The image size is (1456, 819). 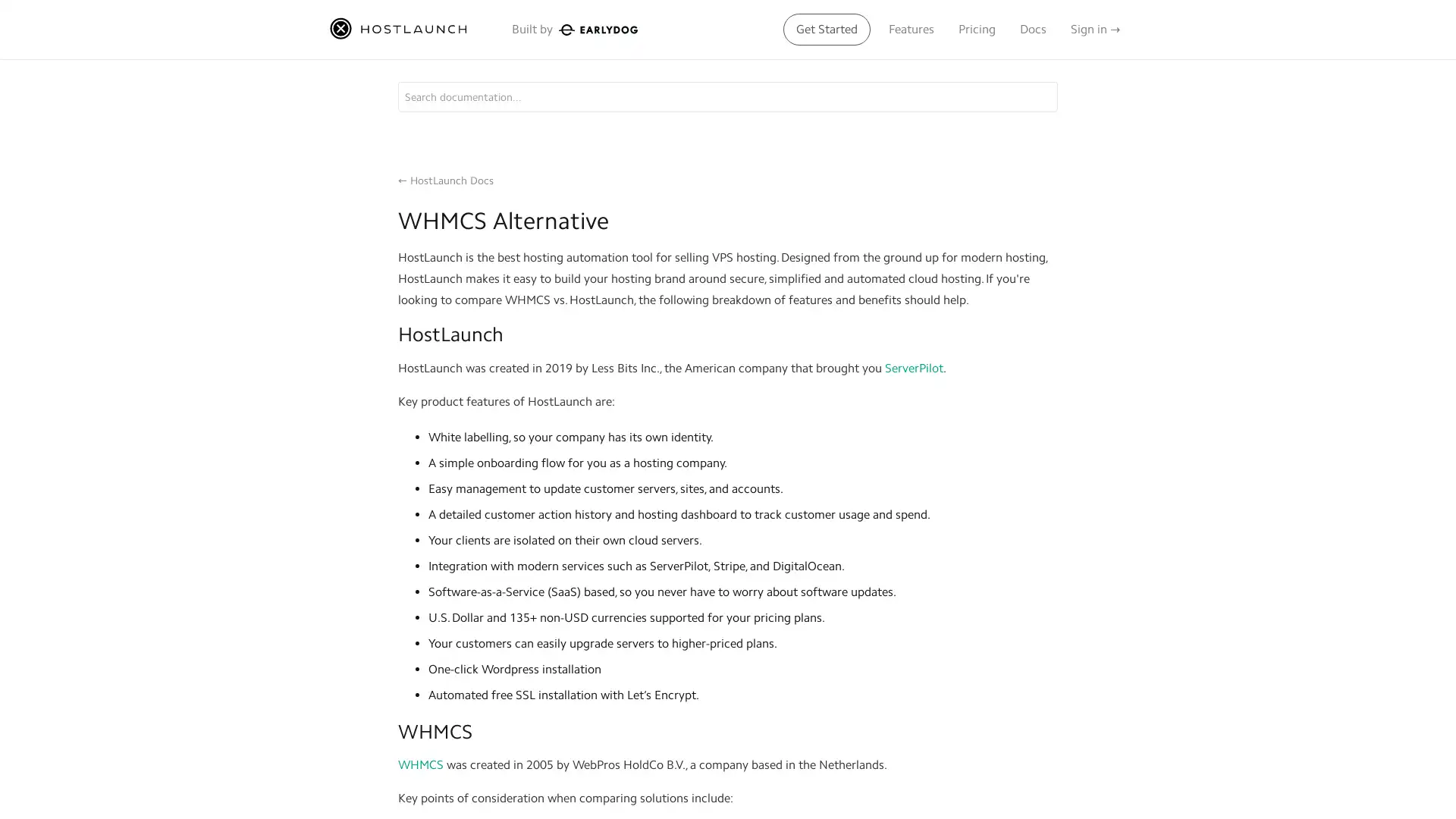 What do you see at coordinates (1032, 29) in the screenshot?
I see `Docs` at bounding box center [1032, 29].